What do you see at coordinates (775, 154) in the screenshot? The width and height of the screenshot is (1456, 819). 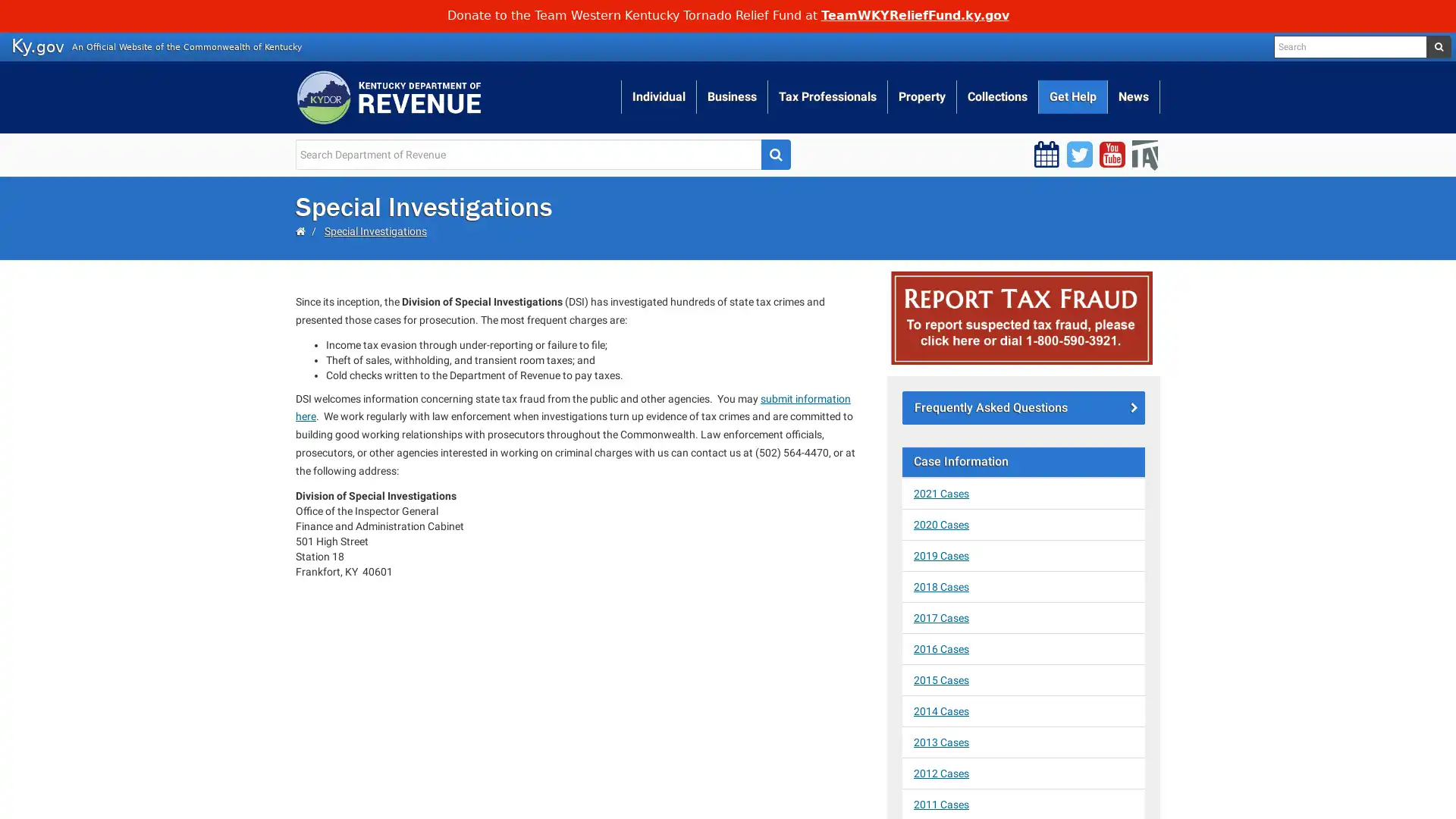 I see `Search` at bounding box center [775, 154].